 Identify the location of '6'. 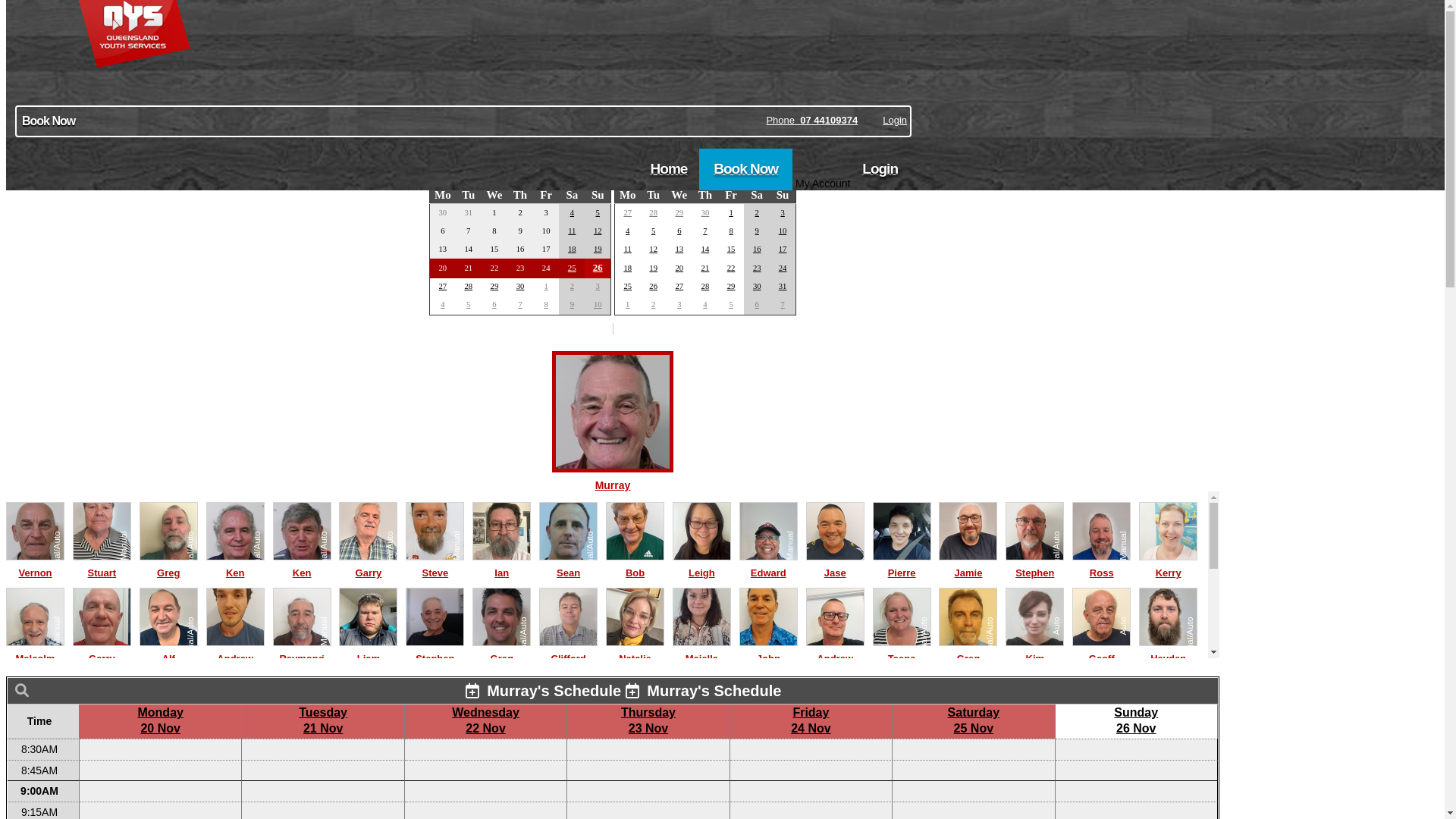
(755, 304).